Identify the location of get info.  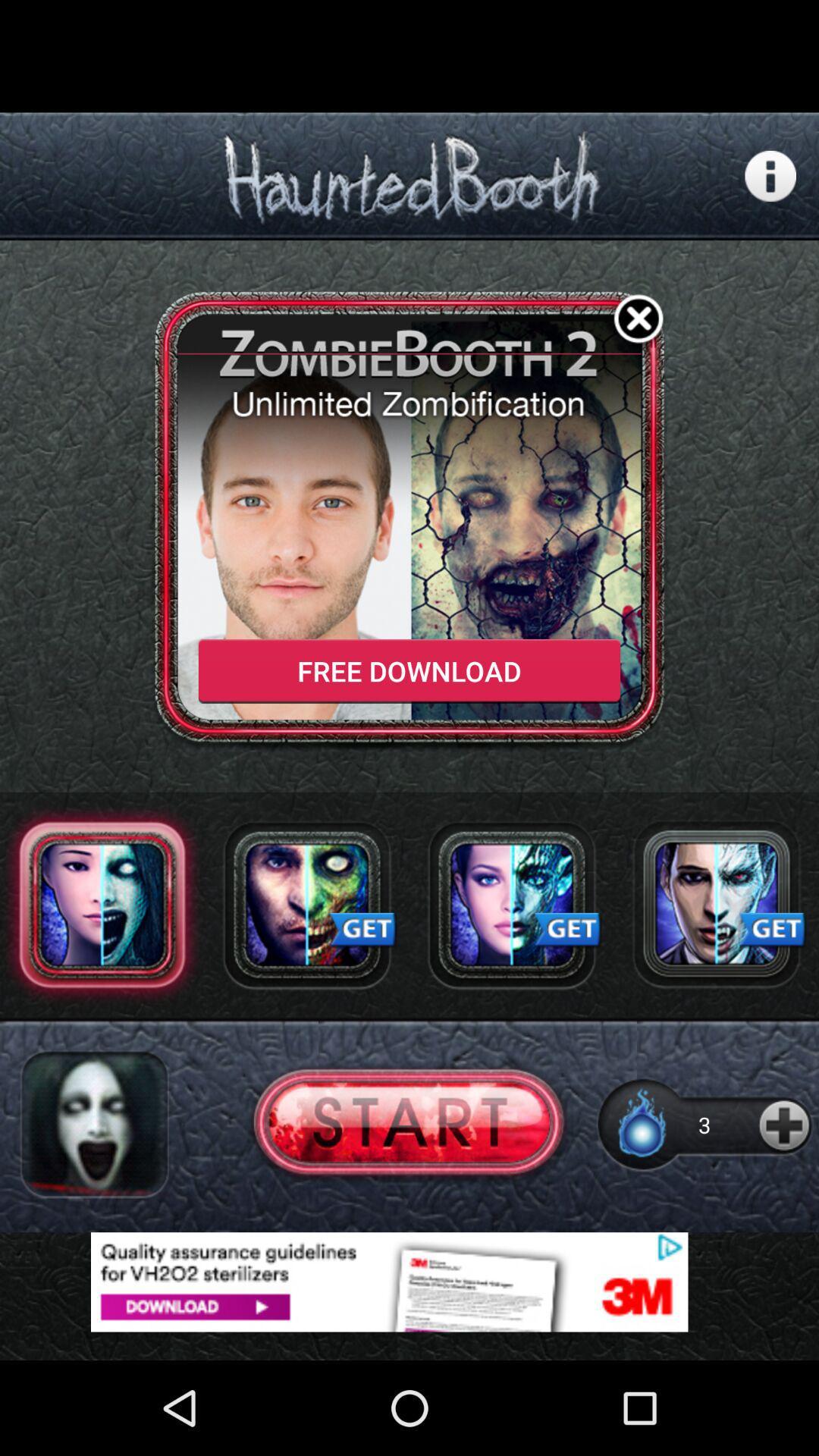
(770, 176).